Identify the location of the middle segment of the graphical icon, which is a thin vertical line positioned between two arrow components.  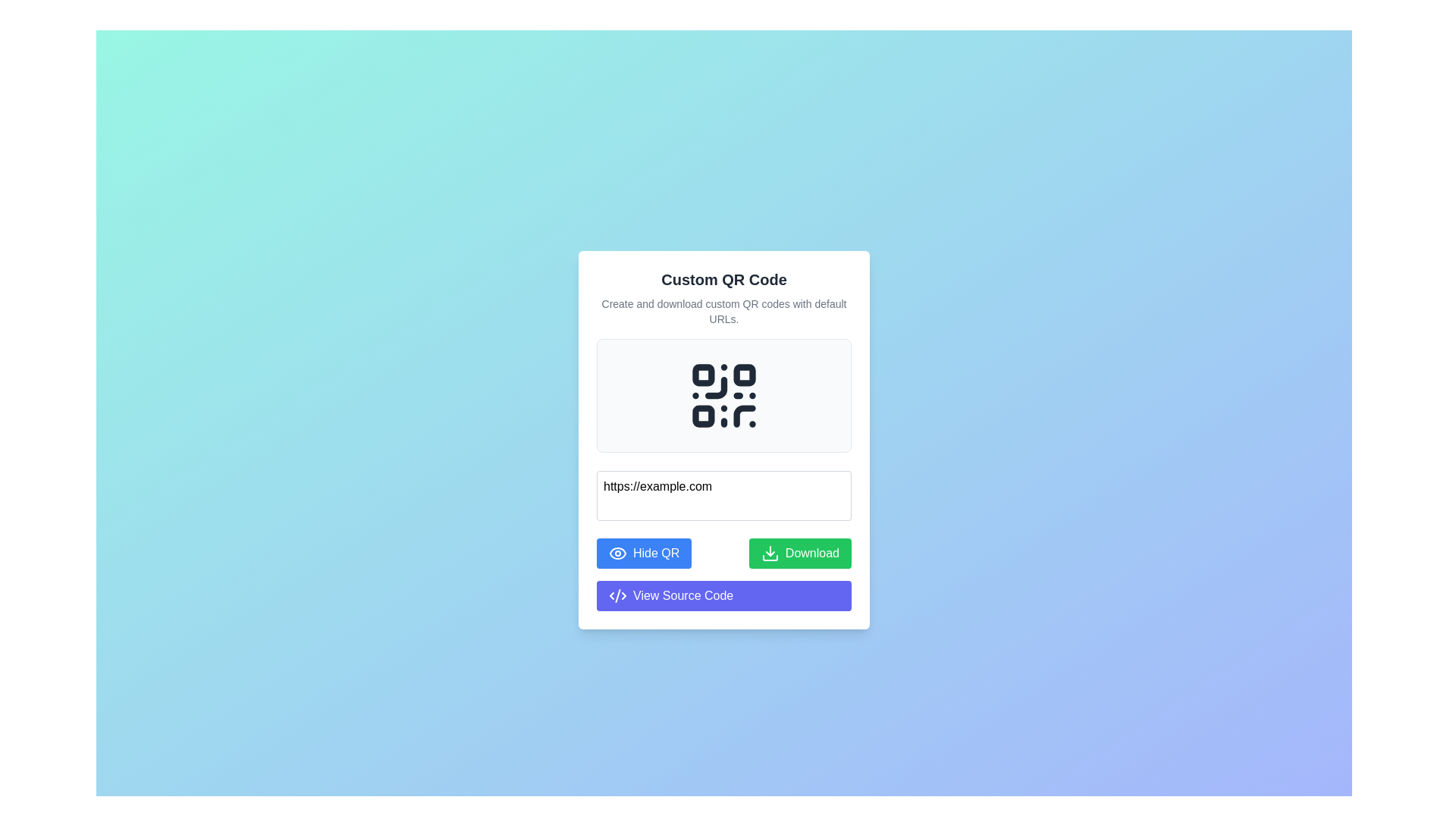
(618, 595).